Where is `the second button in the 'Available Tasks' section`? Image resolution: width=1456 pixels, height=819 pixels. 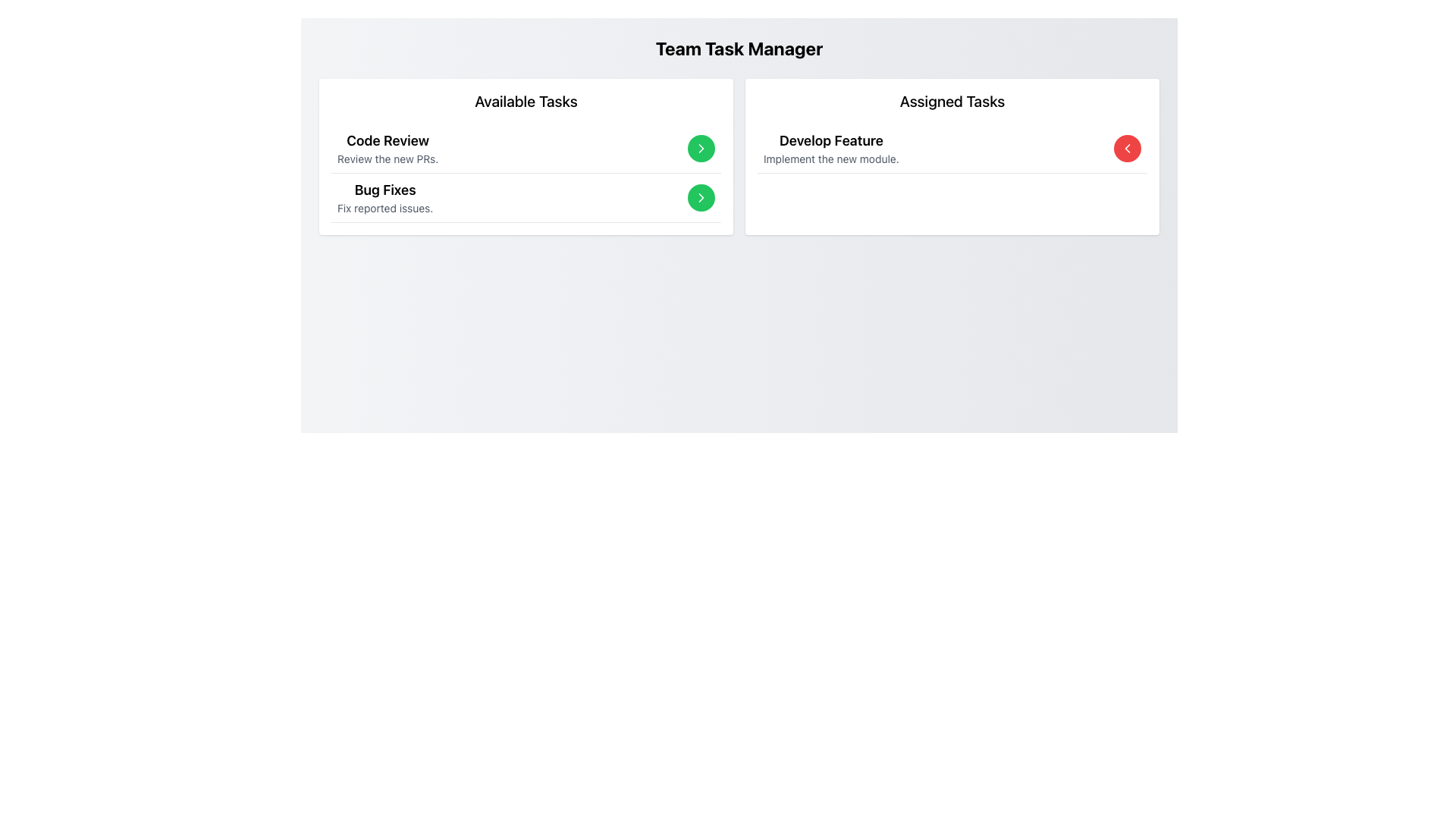 the second button in the 'Available Tasks' section is located at coordinates (701, 197).